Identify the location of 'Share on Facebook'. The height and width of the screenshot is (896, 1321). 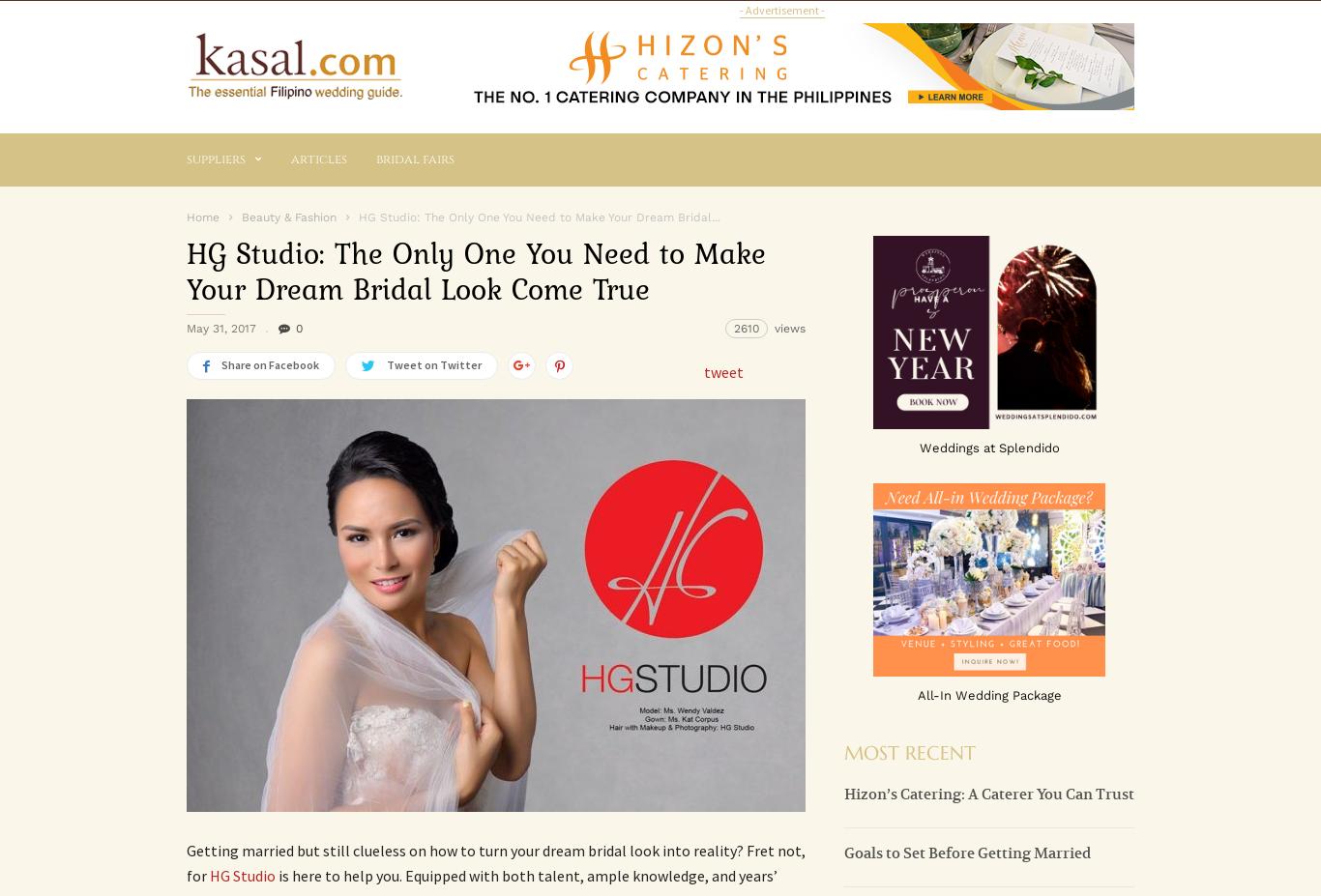
(270, 363).